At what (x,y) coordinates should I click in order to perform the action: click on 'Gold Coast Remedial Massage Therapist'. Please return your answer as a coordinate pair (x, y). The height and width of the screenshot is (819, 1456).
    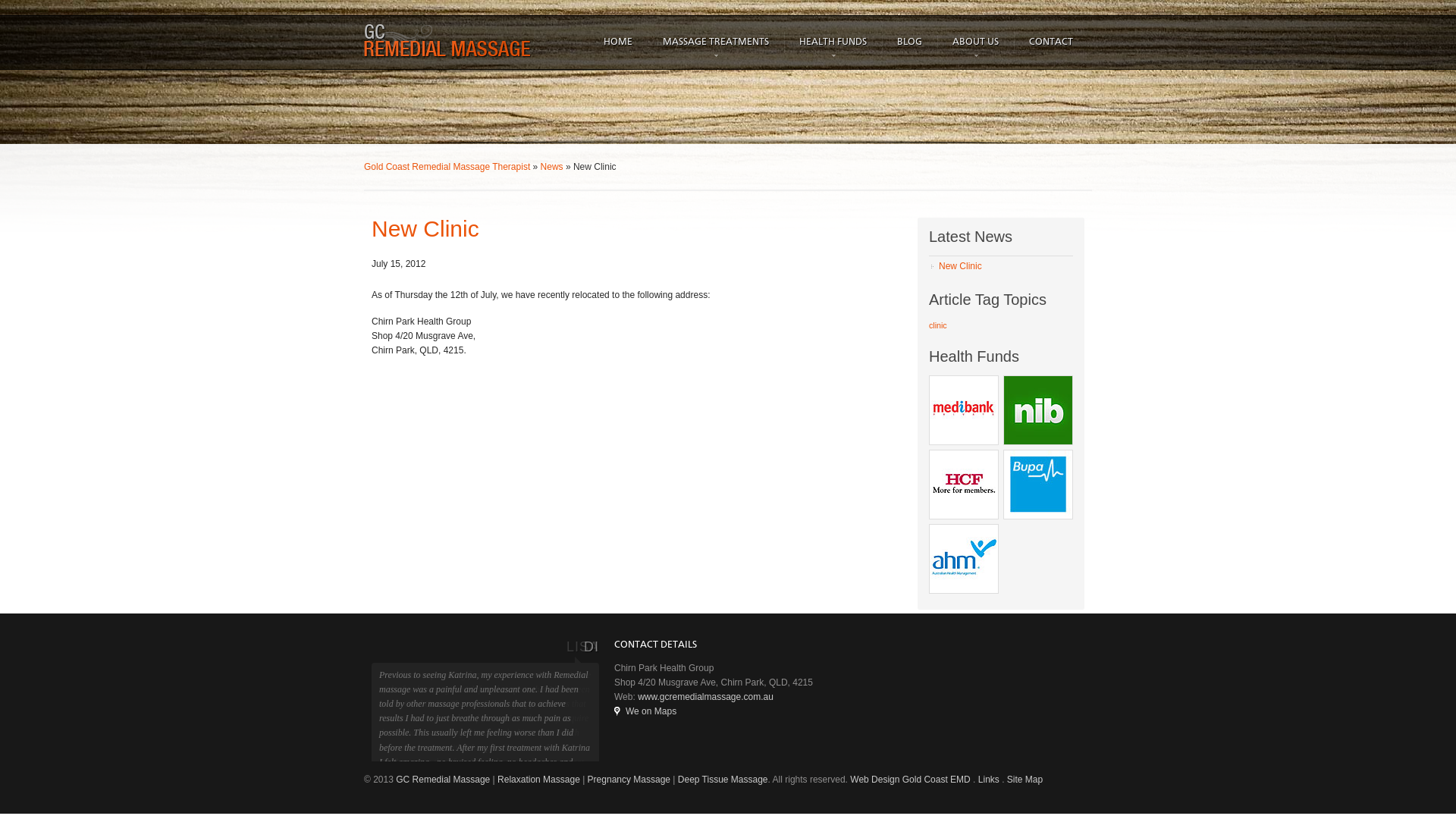
    Looking at the image, I should click on (446, 166).